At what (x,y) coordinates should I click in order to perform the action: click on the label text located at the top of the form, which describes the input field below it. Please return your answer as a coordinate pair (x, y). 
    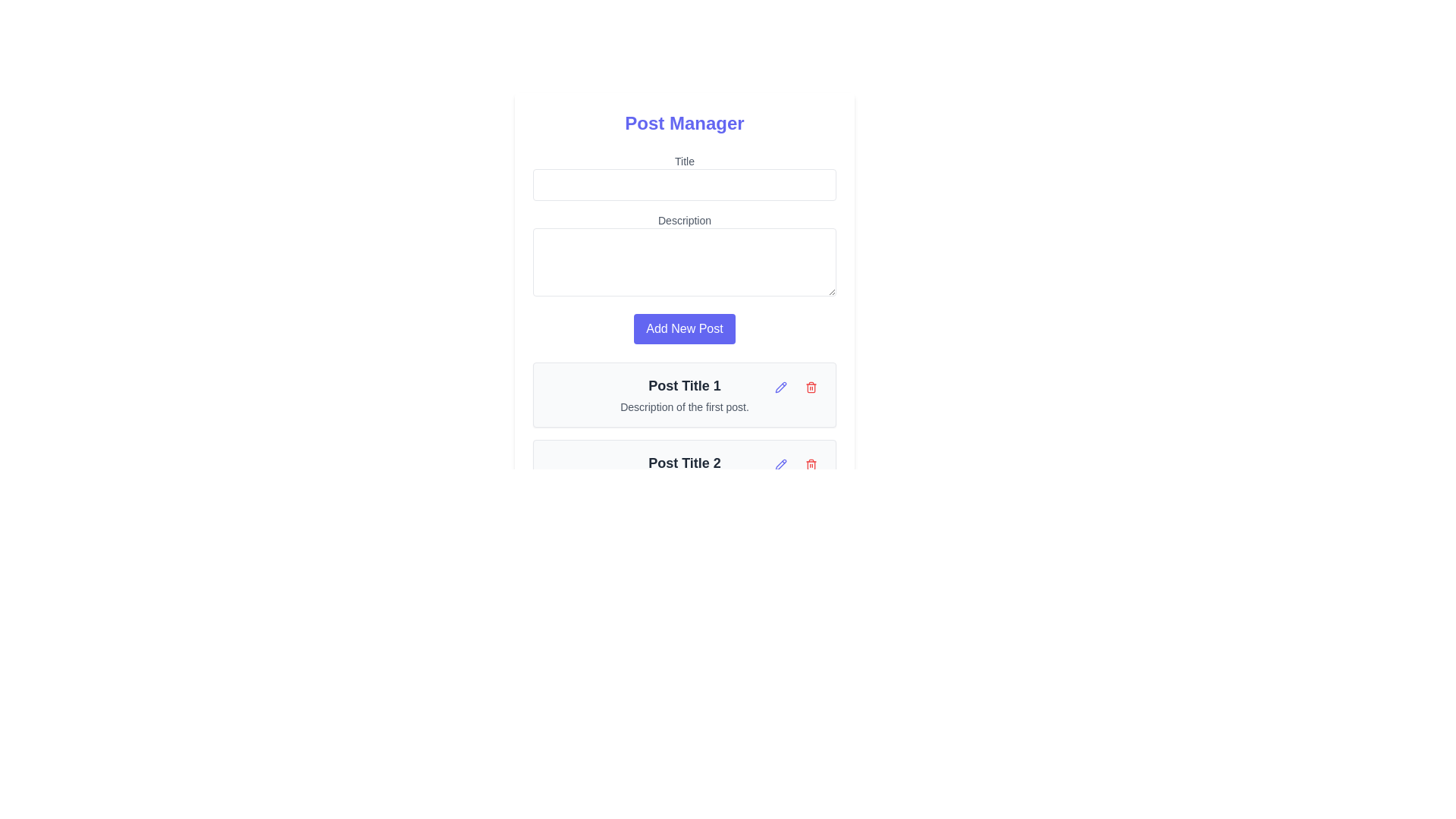
    Looking at the image, I should click on (683, 161).